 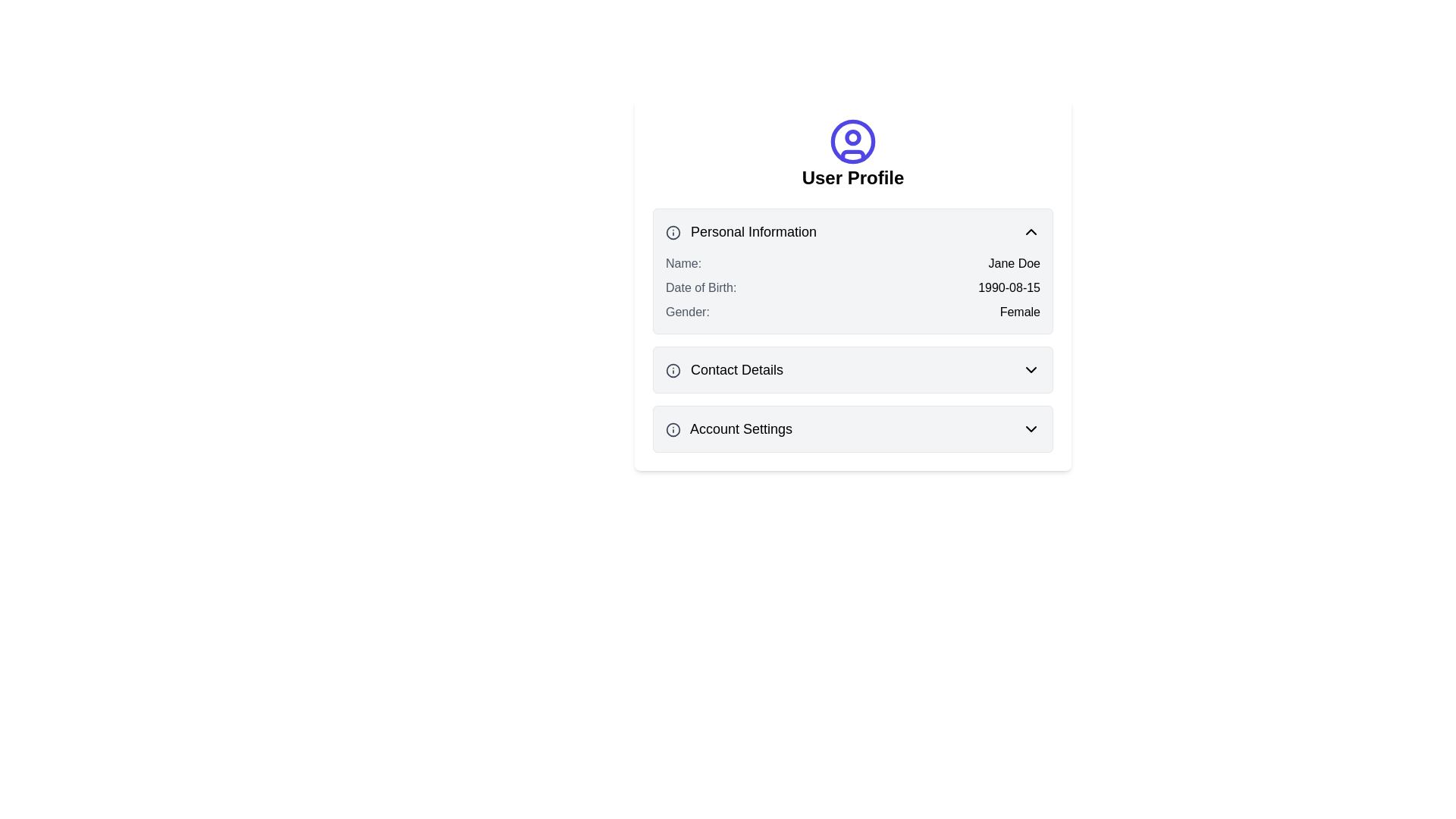 What do you see at coordinates (1020, 312) in the screenshot?
I see `the 'Gender' text label in the 'Personal Information' panel of the 'User Profile' section, which displays the selected gender value and is positioned to the right of the 'Gender:' label` at bounding box center [1020, 312].